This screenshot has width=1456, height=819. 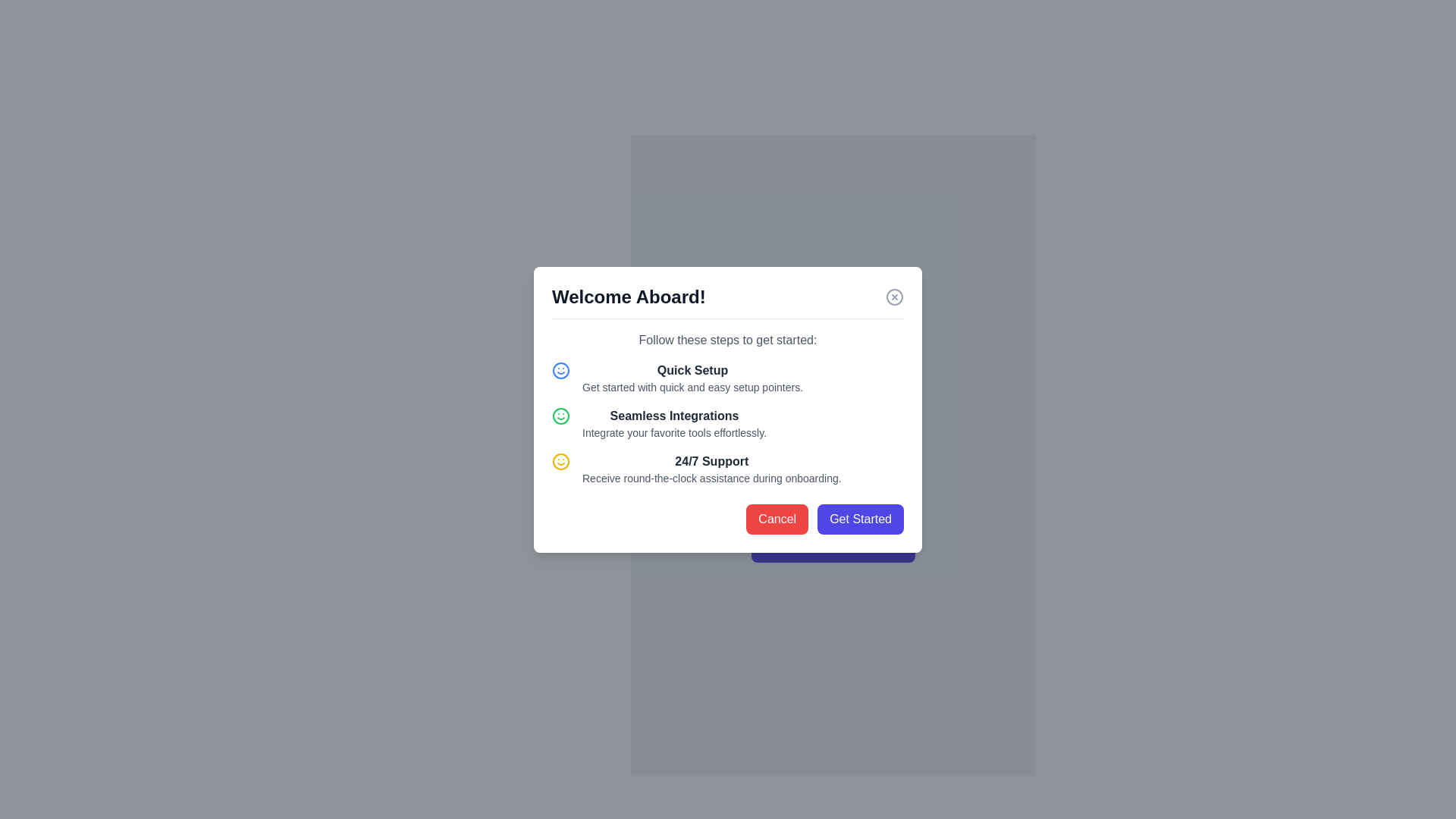 What do you see at coordinates (560, 460) in the screenshot?
I see `the decorative SVG circle that is part of the smiley face icon located to the left of the 'Quick Setup' label in the onboarding modal` at bounding box center [560, 460].